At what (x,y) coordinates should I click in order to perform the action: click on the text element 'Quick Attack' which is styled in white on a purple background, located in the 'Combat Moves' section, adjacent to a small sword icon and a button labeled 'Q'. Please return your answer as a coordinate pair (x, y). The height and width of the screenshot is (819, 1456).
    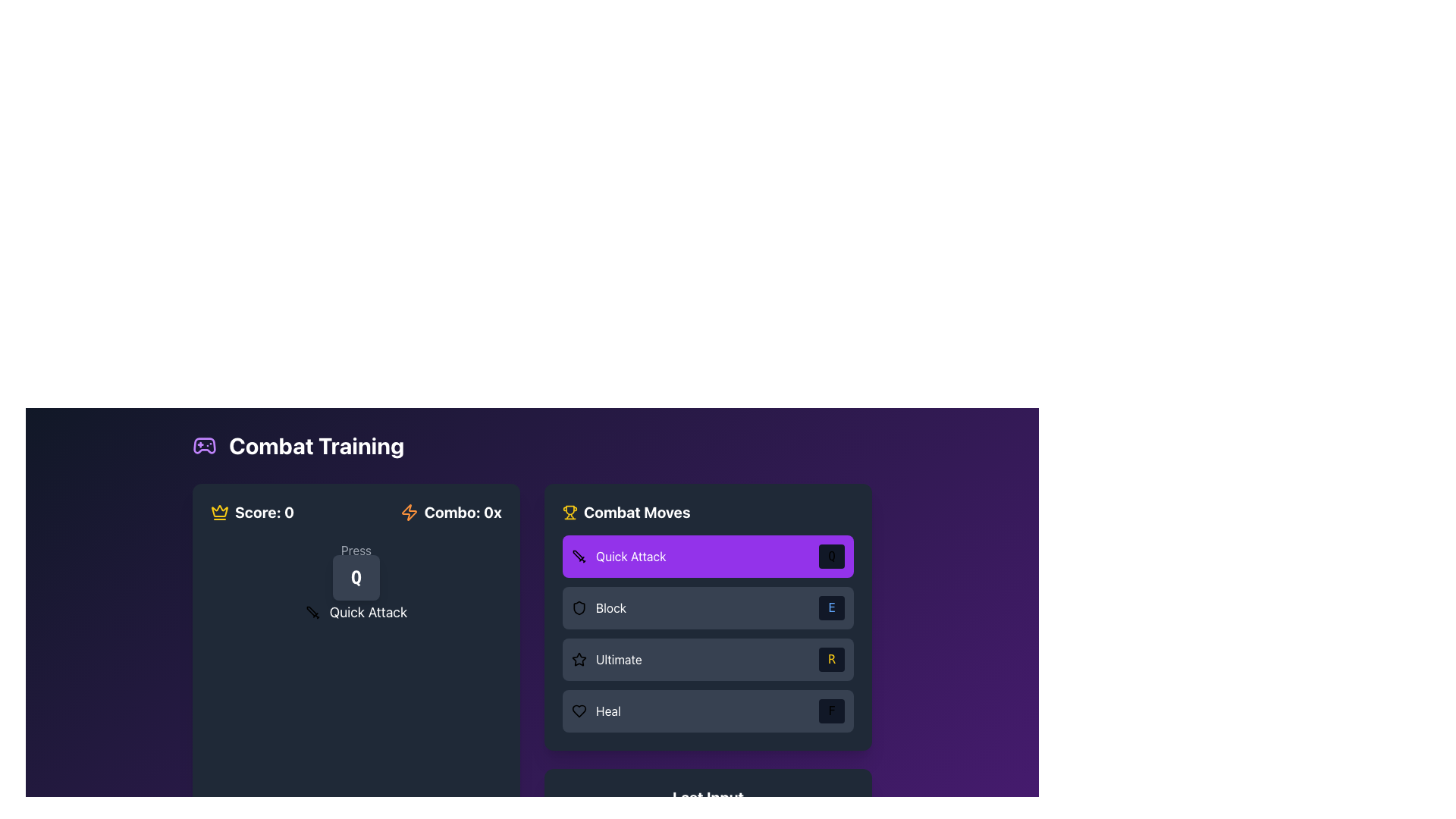
    Looking at the image, I should click on (631, 556).